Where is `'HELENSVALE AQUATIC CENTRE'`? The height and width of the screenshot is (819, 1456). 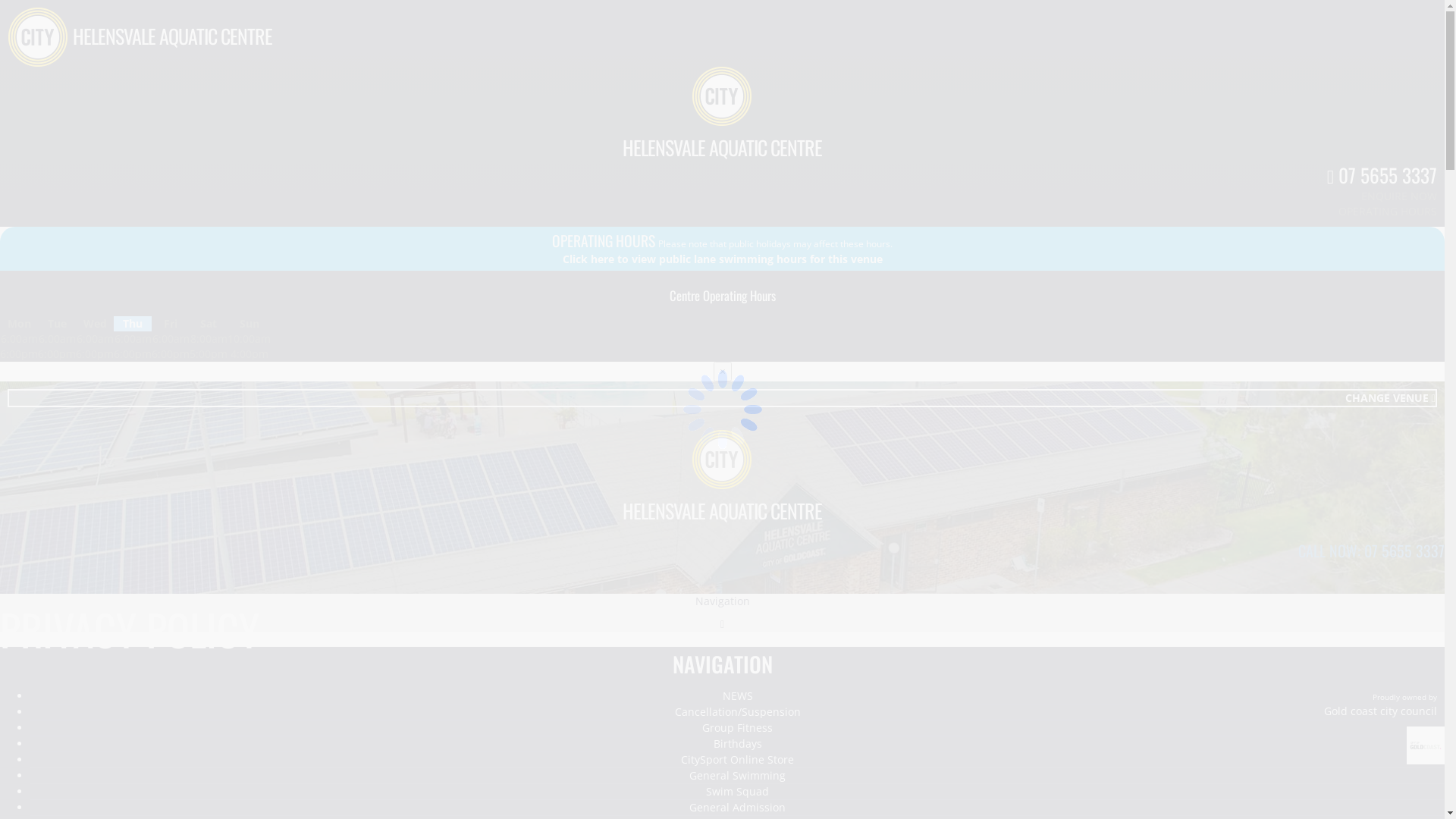 'HELENSVALE AQUATIC CENTRE' is located at coordinates (721, 147).